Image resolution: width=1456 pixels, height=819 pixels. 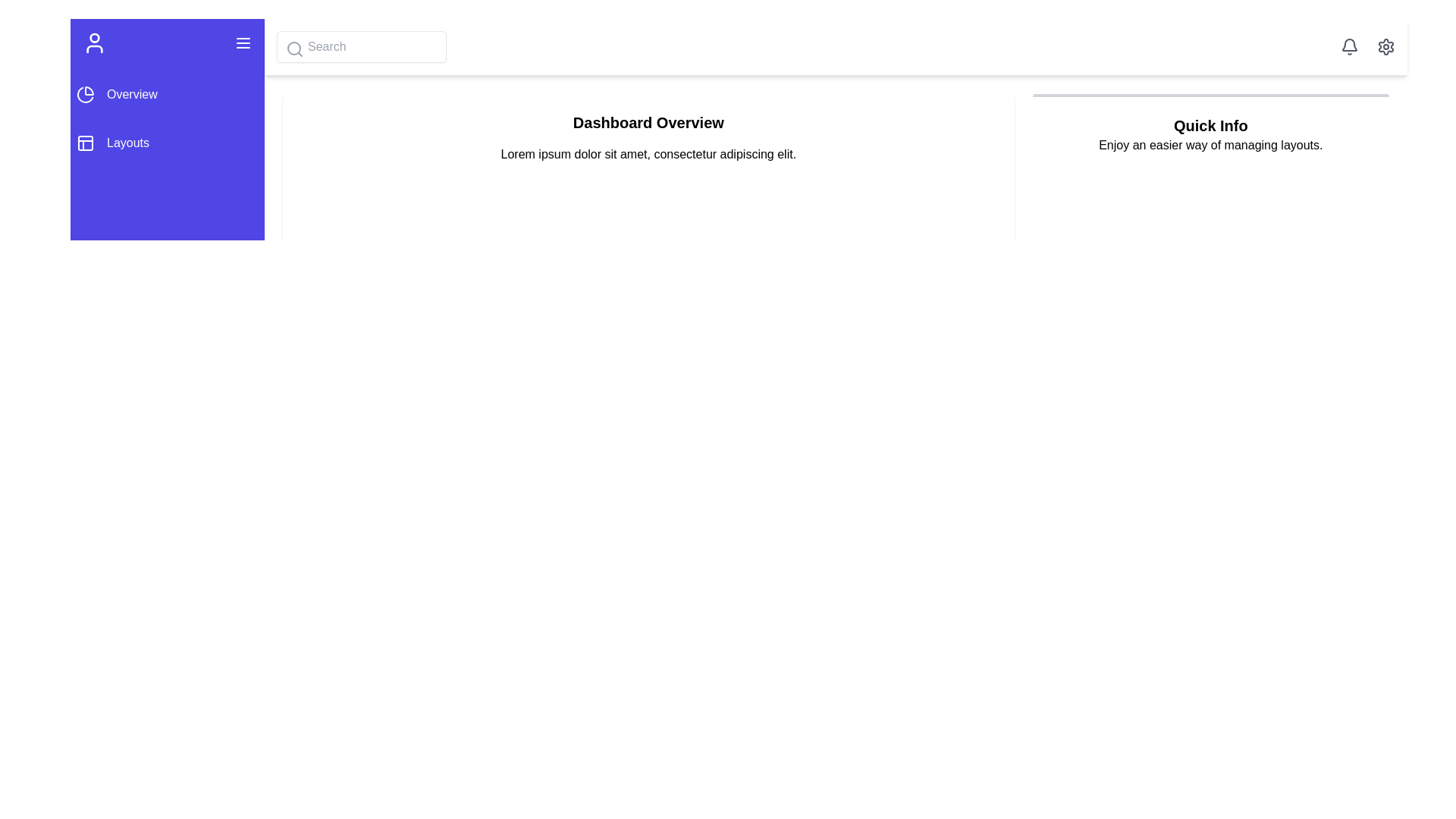 I want to click on the 'Layouts' icon located in the side navigation bar, positioned above the text 'Layouts' and below 'Overview', so click(x=85, y=143).